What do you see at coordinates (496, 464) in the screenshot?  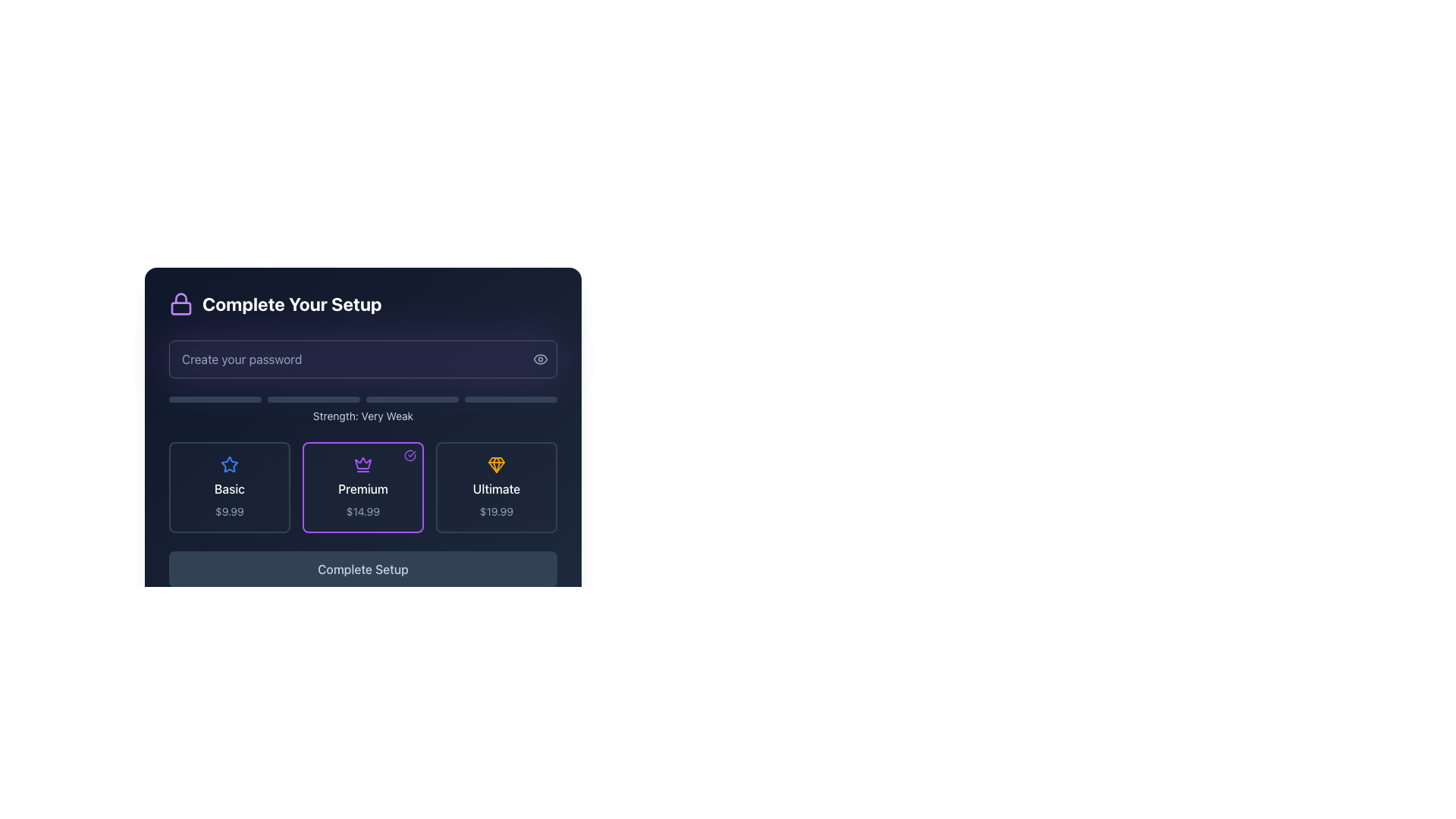 I see `the gem-like amber icon located at the top of the 'Ultimate' subscription option box, which is the rightmost among three options` at bounding box center [496, 464].